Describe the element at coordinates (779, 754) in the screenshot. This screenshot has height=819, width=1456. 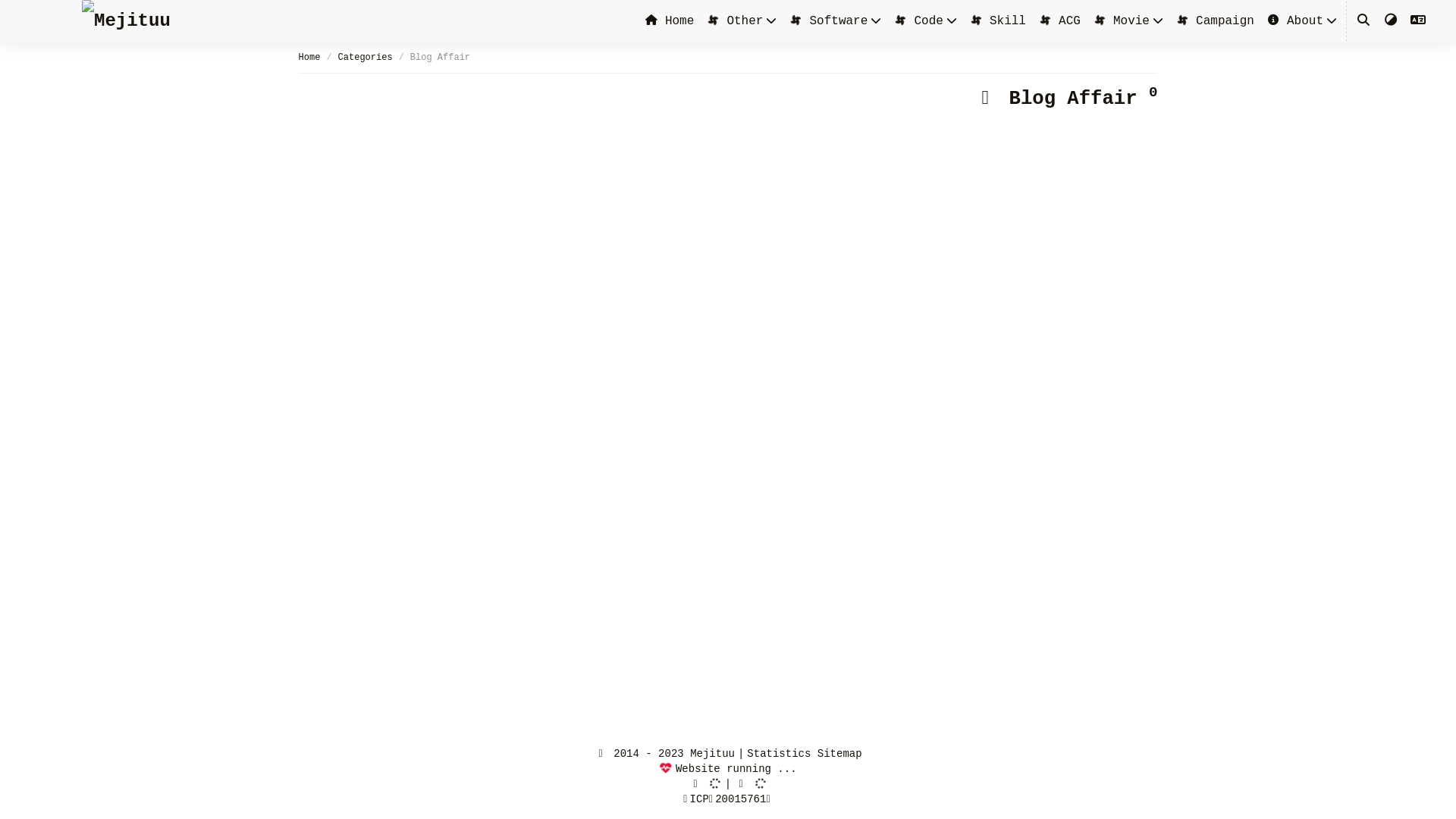
I see `'Statistics'` at that location.